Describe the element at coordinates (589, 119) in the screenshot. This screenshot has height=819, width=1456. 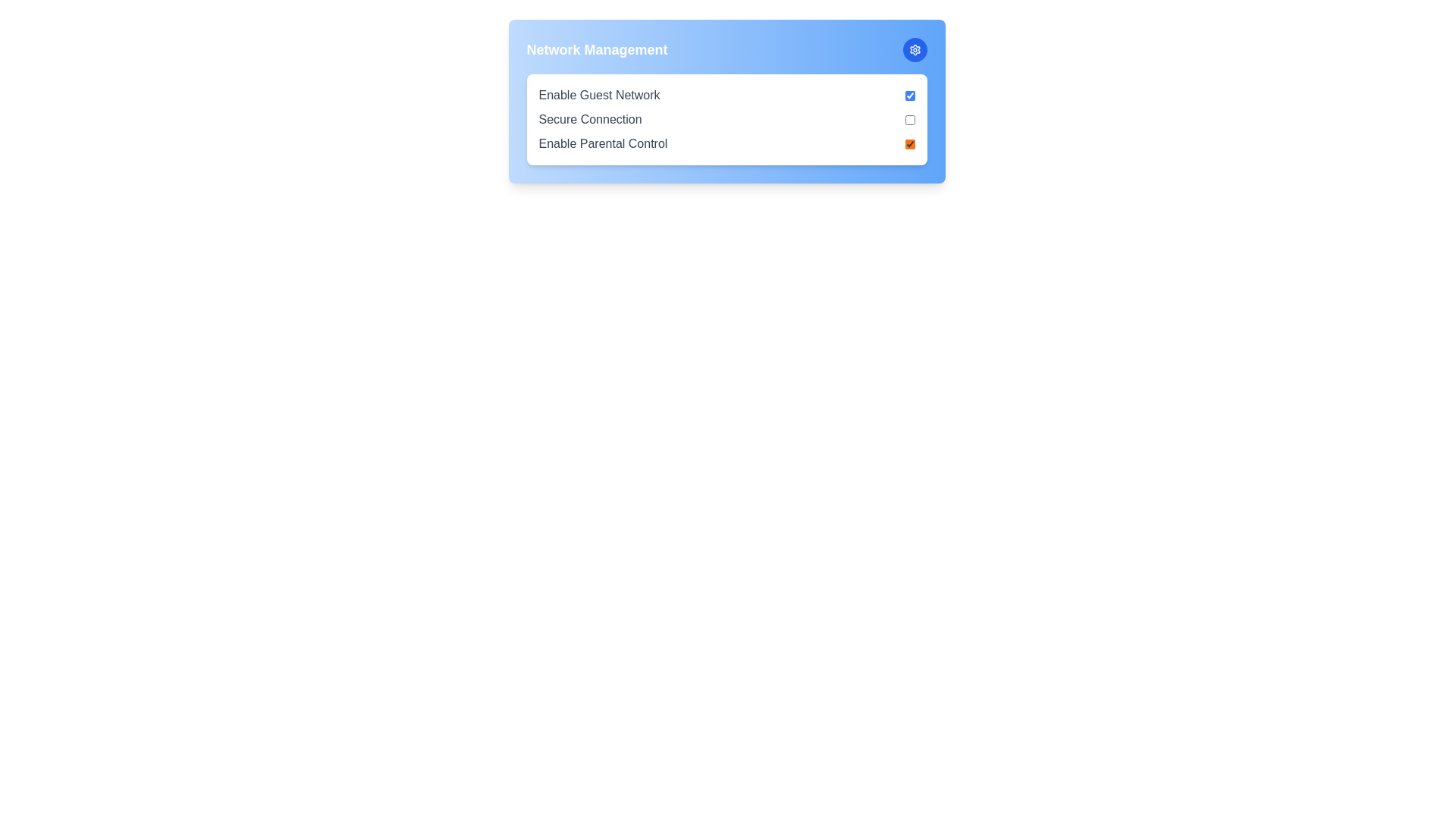
I see `the 'Secure Connection' text label, which is displayed in gray font and is the second item under the 'Network Management' header, adjacent to a checkbox` at that location.